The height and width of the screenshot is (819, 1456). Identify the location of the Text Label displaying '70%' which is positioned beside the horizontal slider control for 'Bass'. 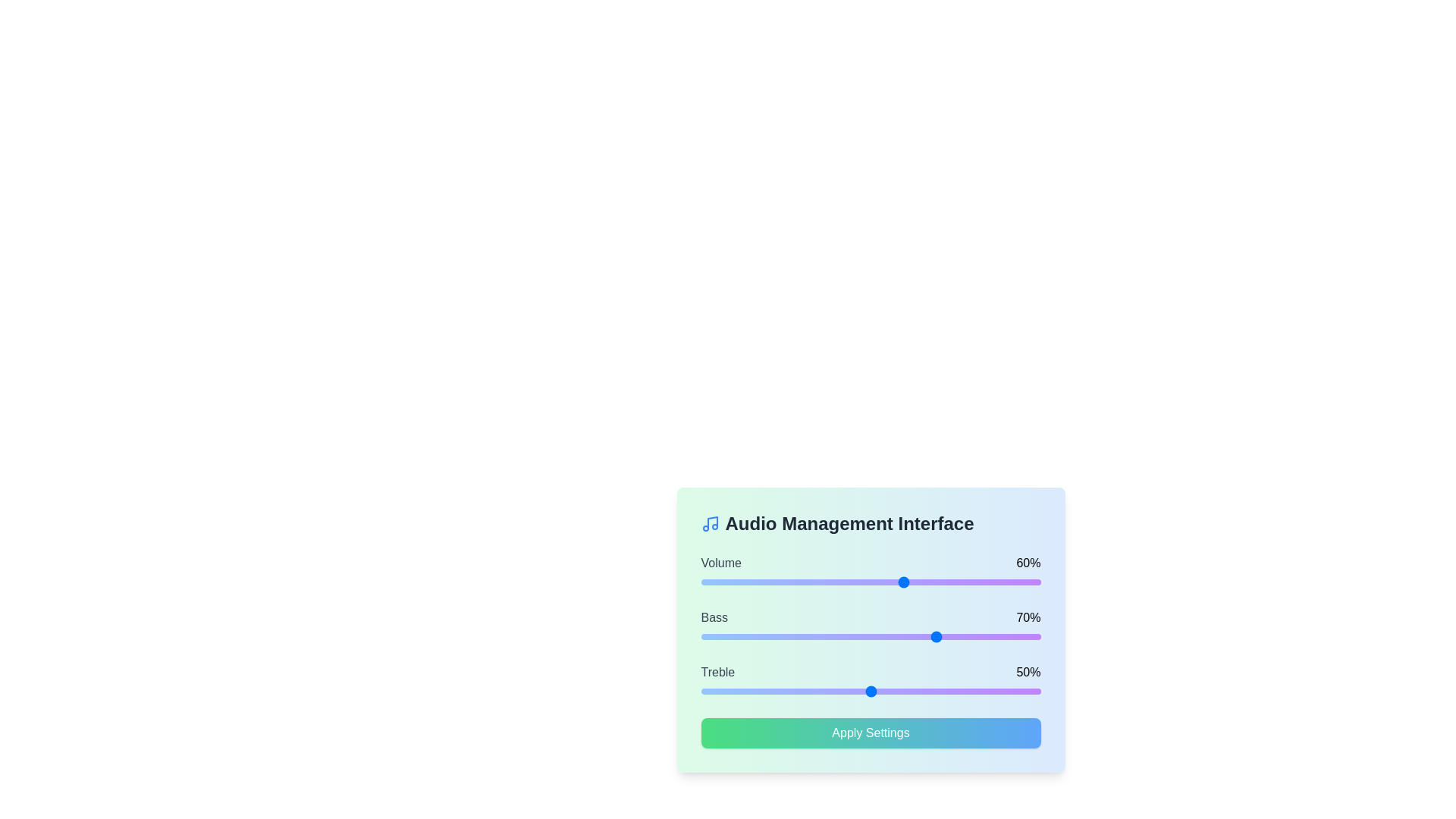
(1028, 617).